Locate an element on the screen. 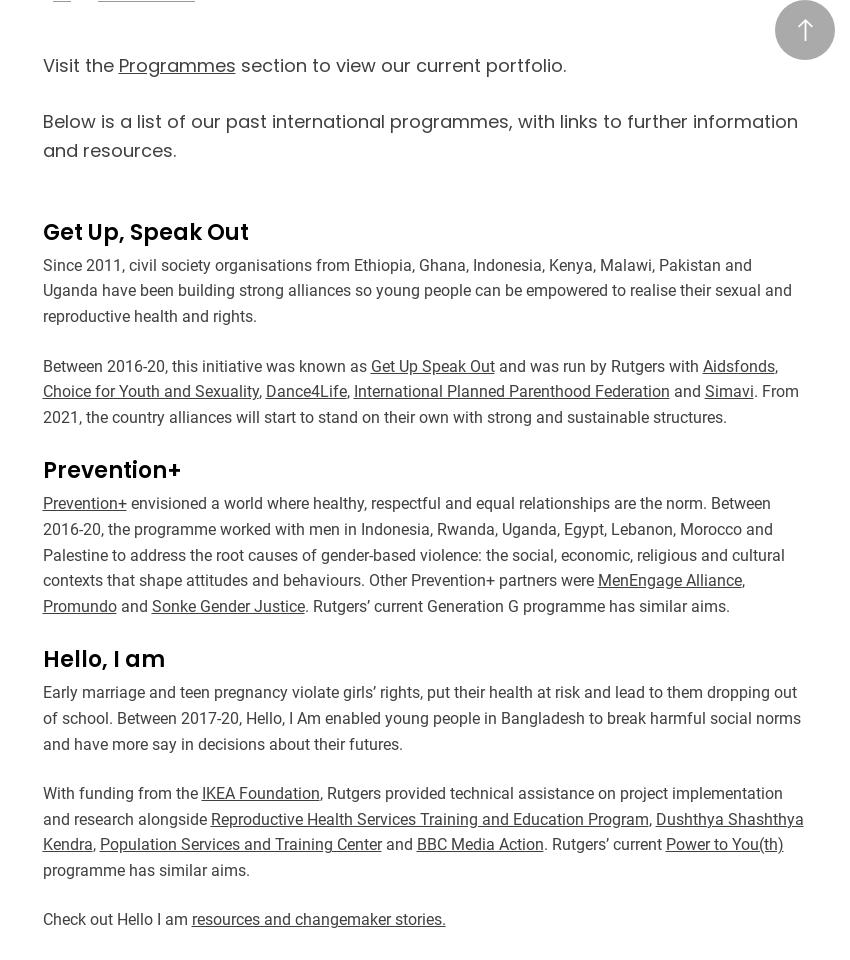  '. Rutgers’ current' is located at coordinates (603, 843).